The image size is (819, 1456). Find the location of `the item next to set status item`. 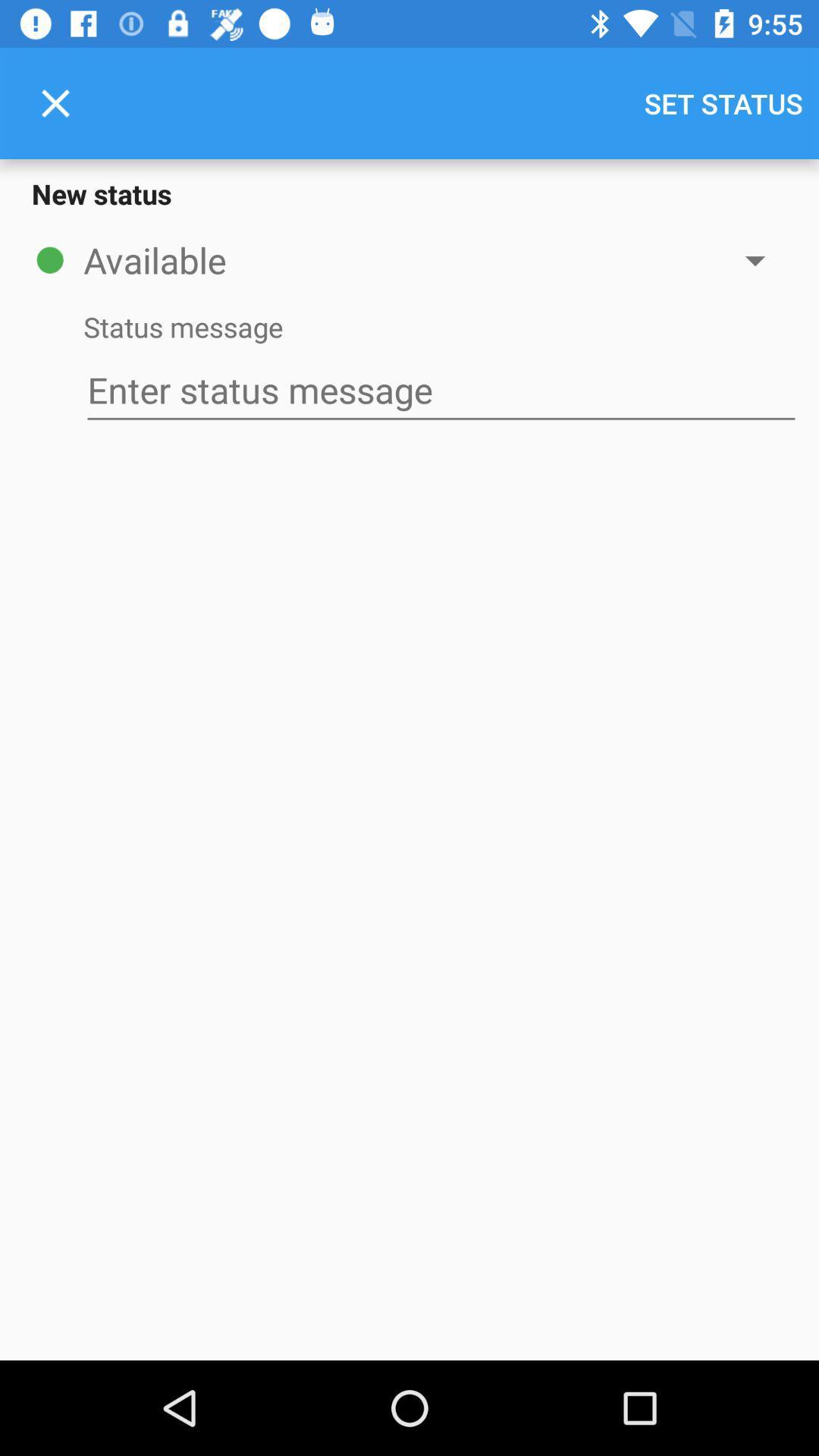

the item next to set status item is located at coordinates (55, 102).